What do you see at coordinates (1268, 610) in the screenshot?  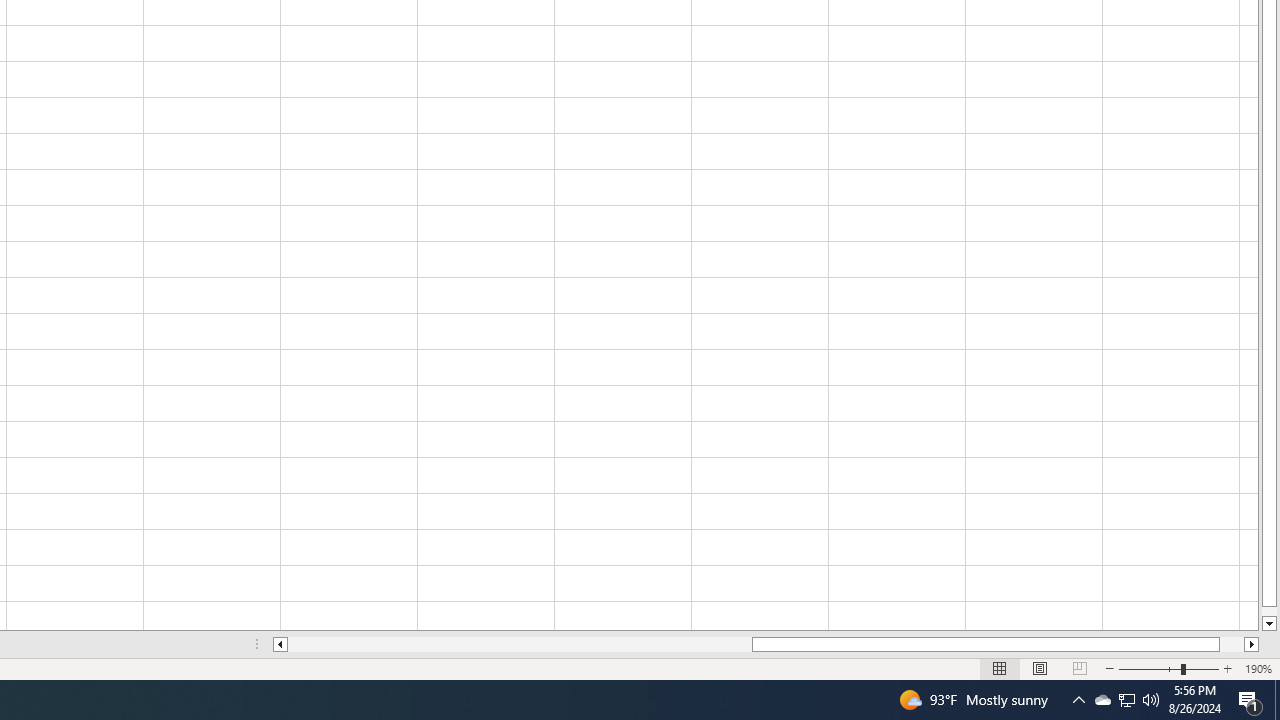 I see `'Page down'` at bounding box center [1268, 610].